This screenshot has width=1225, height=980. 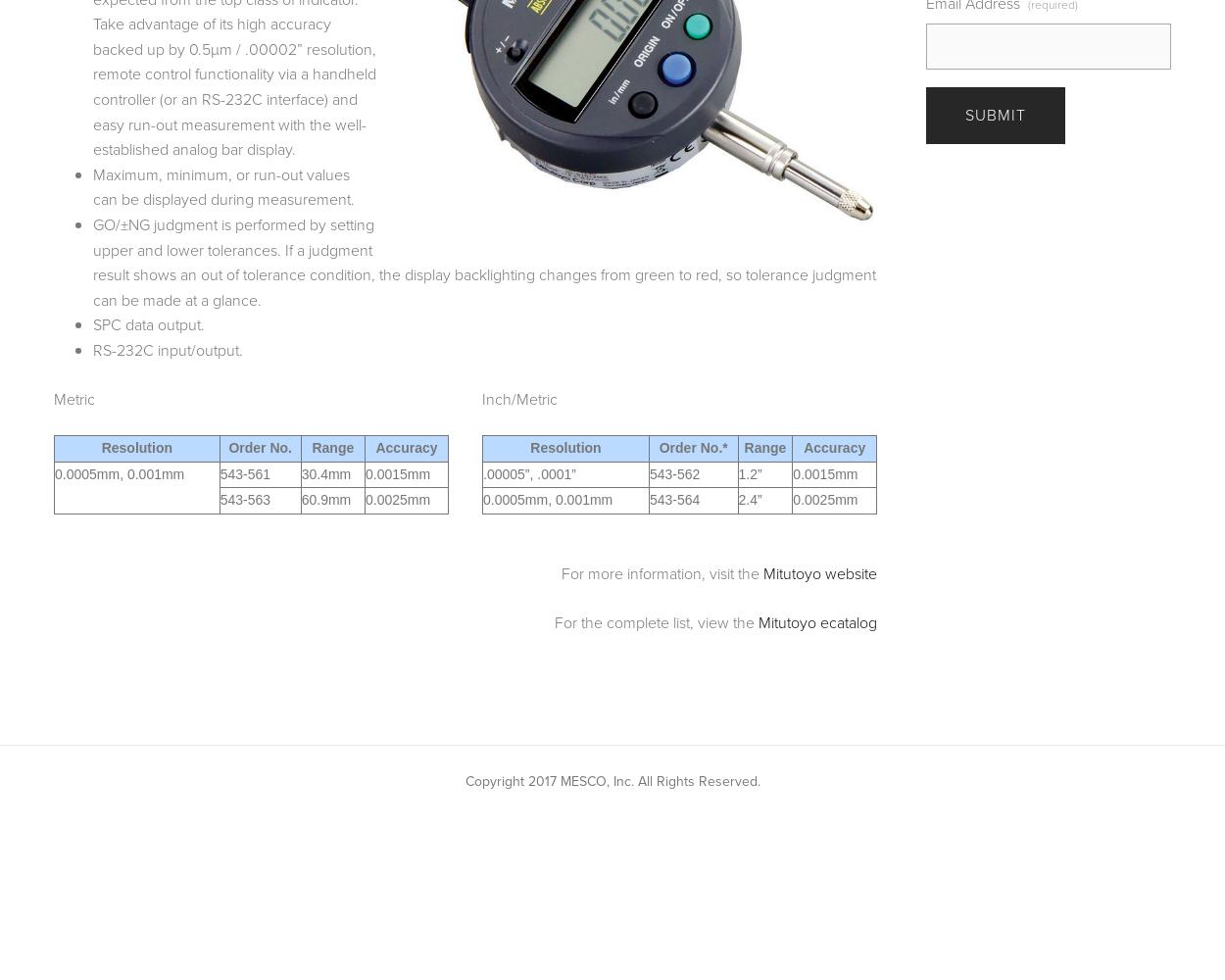 I want to click on 'GO/±NG judgment is performed by setting upper and lower tolerances. If a judgment result shows an out of tolerance condition, the display backlighting changes from green to red, so tolerance judgment can be made at a glance.', so click(x=483, y=262).